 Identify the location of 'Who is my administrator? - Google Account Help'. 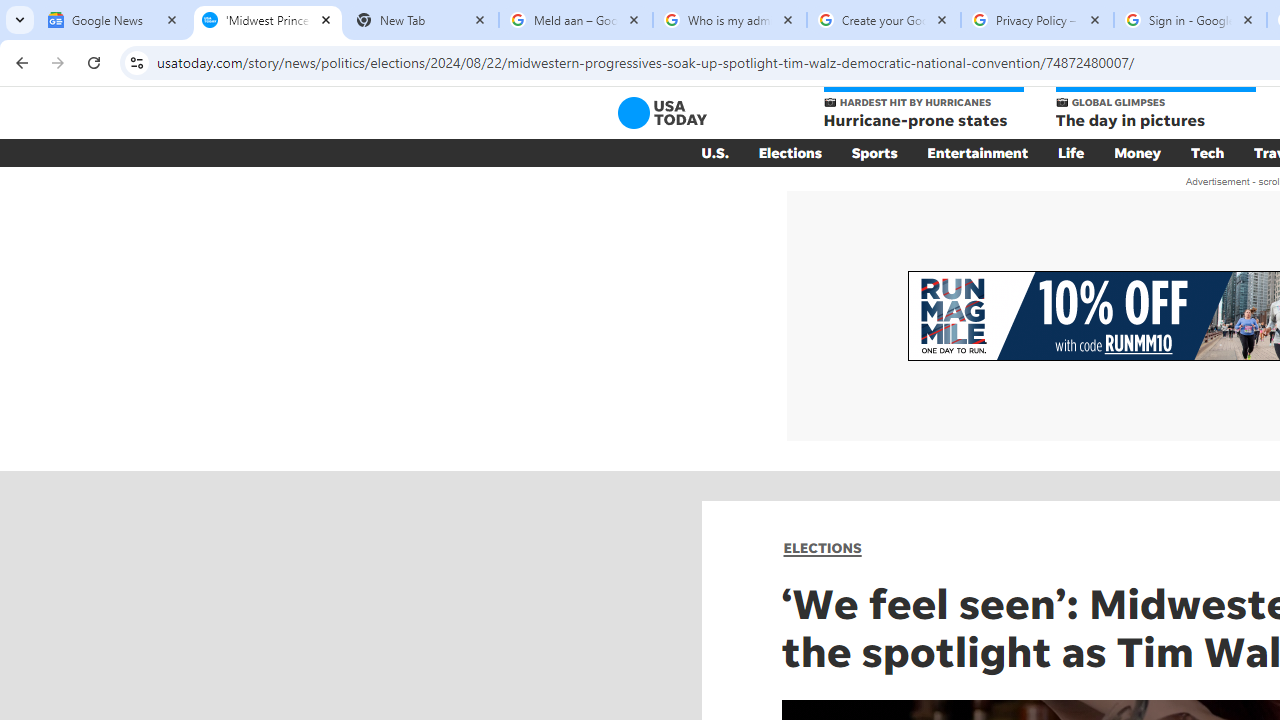
(729, 20).